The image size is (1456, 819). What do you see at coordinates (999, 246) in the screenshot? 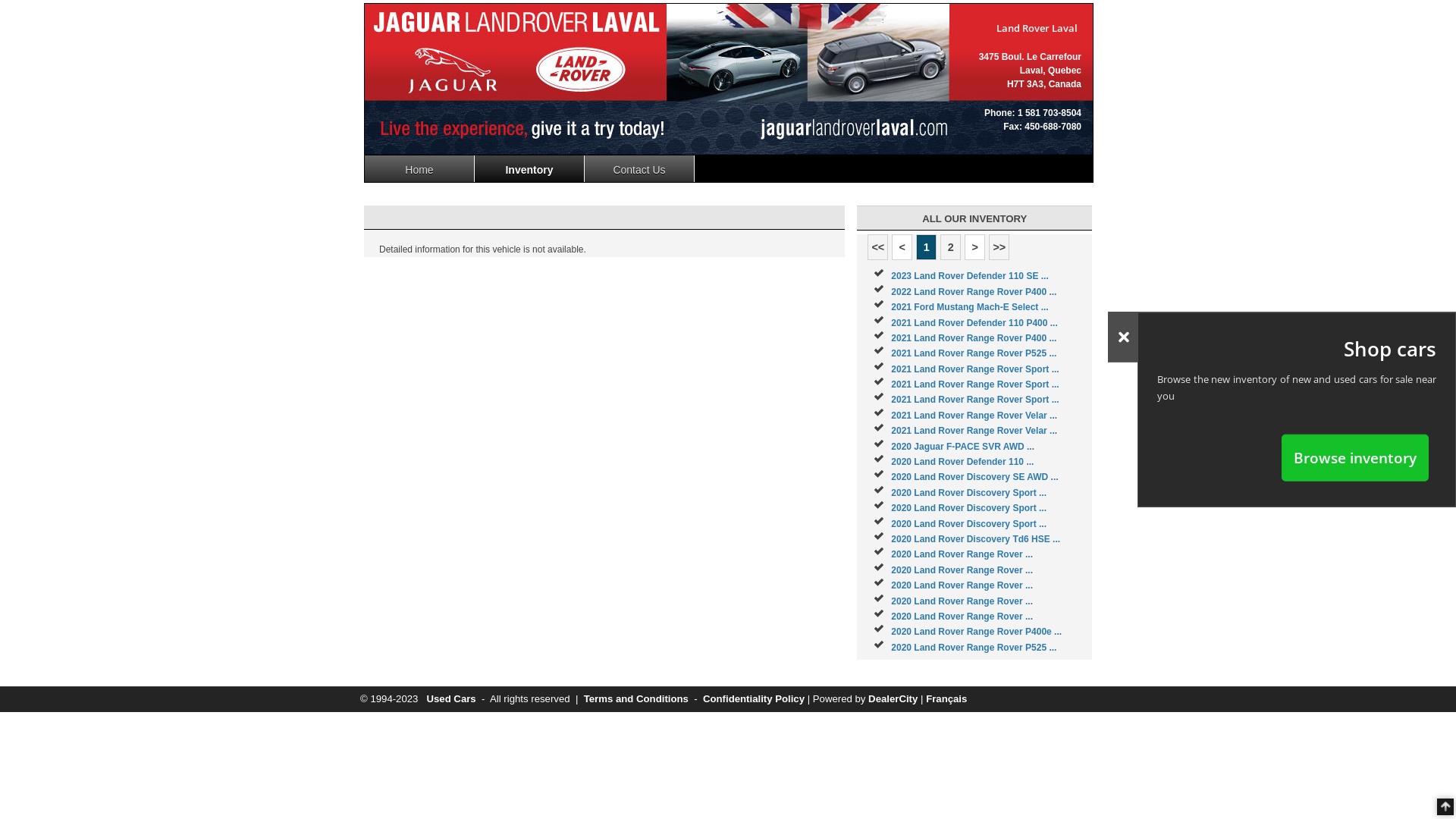
I see `'>>'` at bounding box center [999, 246].